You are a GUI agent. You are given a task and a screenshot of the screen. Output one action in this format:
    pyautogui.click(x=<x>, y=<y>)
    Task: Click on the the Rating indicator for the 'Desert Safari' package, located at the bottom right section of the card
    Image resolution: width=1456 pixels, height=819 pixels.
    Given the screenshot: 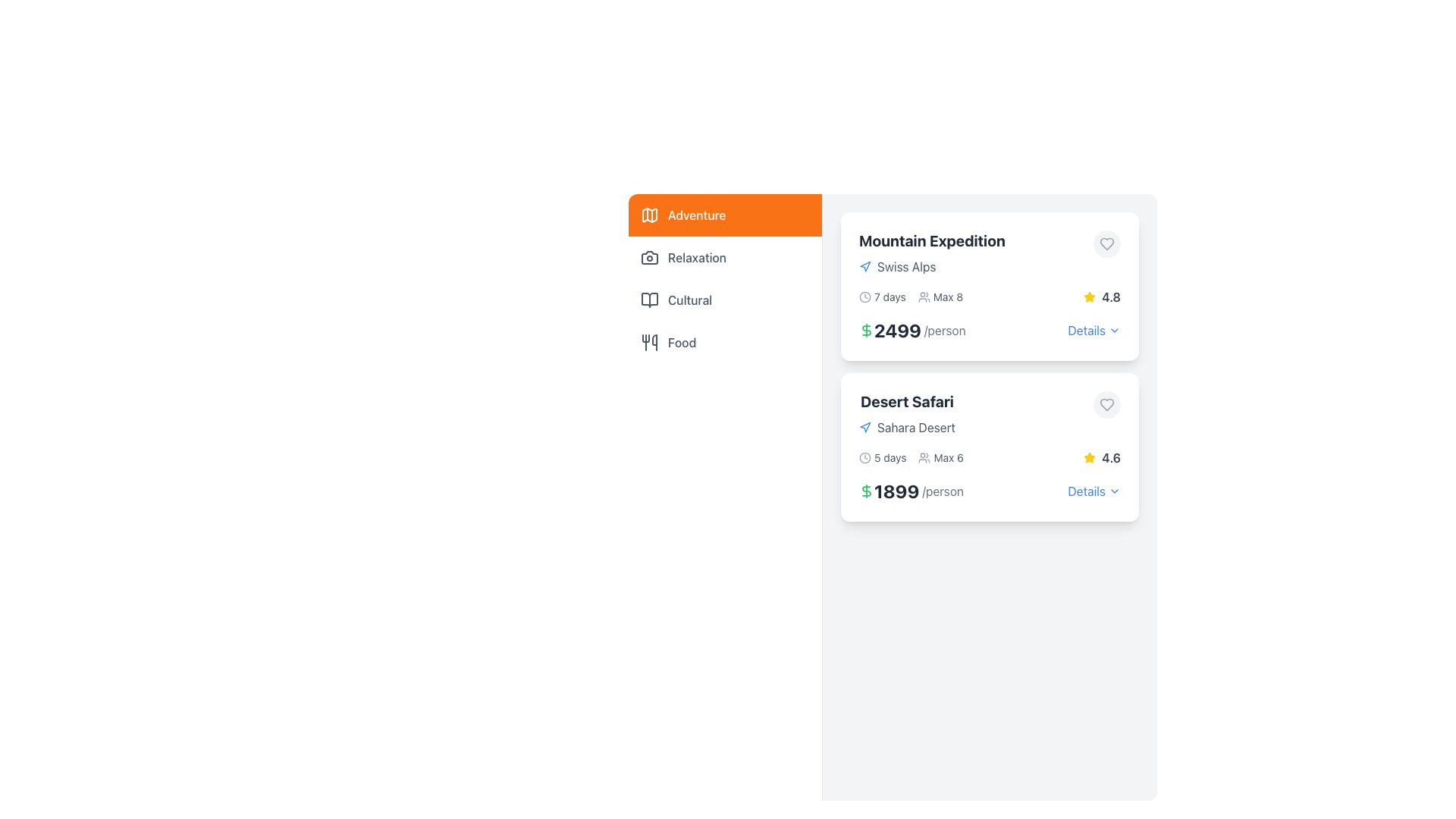 What is the action you would take?
    pyautogui.click(x=1102, y=457)
    